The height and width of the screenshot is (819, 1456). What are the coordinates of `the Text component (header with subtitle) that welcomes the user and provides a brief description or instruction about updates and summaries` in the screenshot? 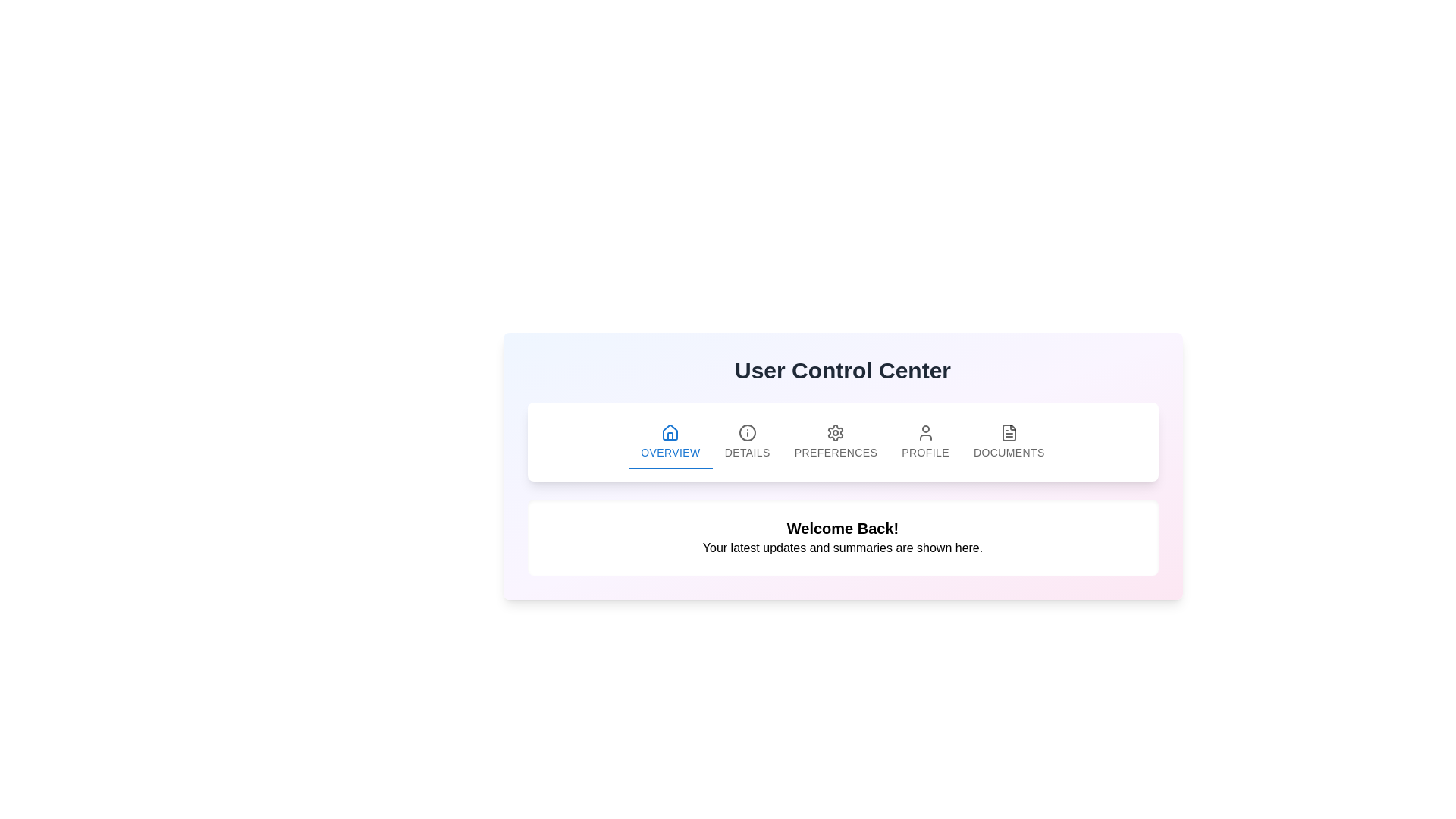 It's located at (842, 537).